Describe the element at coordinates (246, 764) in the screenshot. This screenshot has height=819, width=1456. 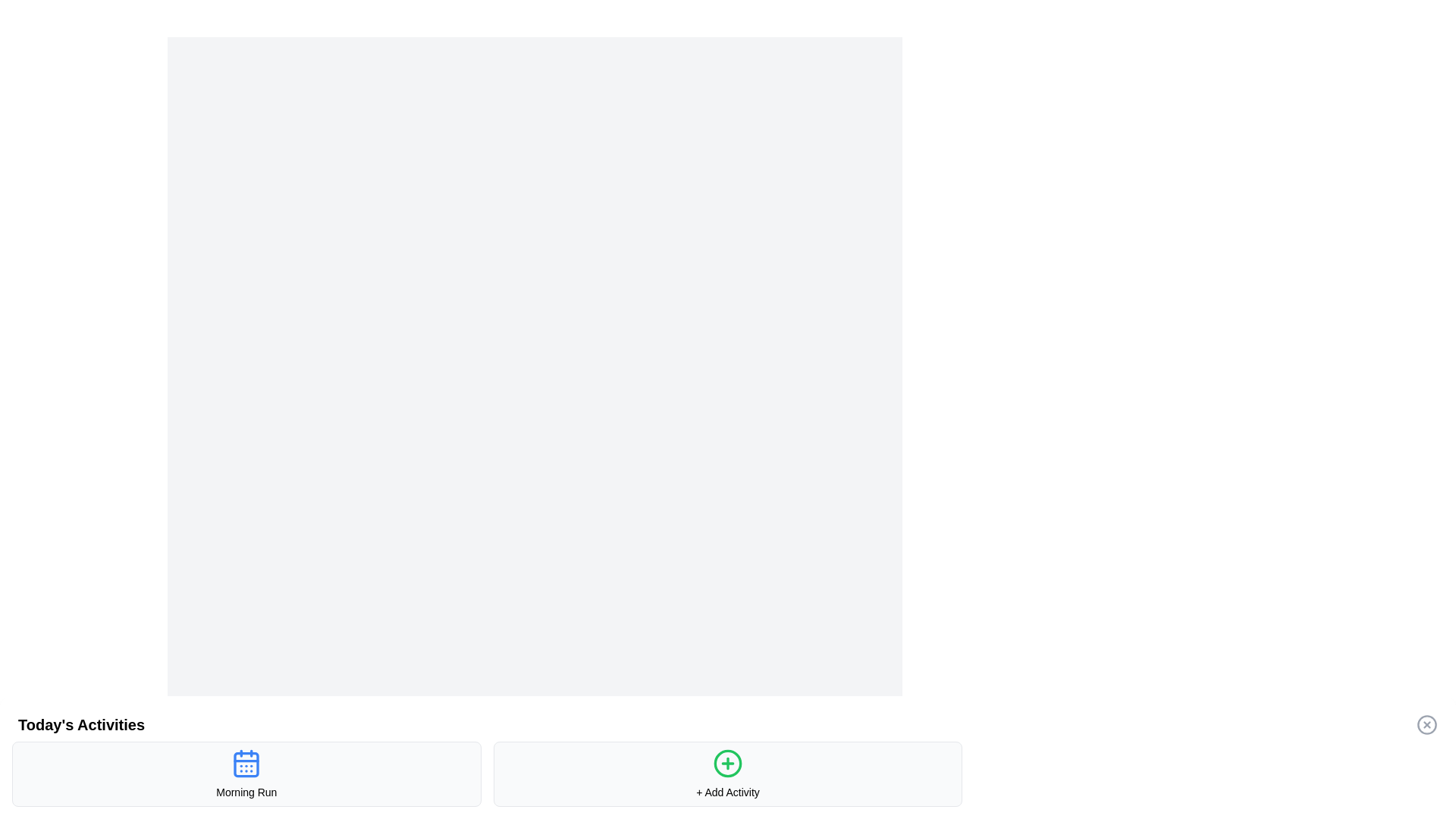
I see `the decorative rounded rectangle shape inside the calendar icon associated with 'Morning Run' in the 'Today's Activities' section` at that location.